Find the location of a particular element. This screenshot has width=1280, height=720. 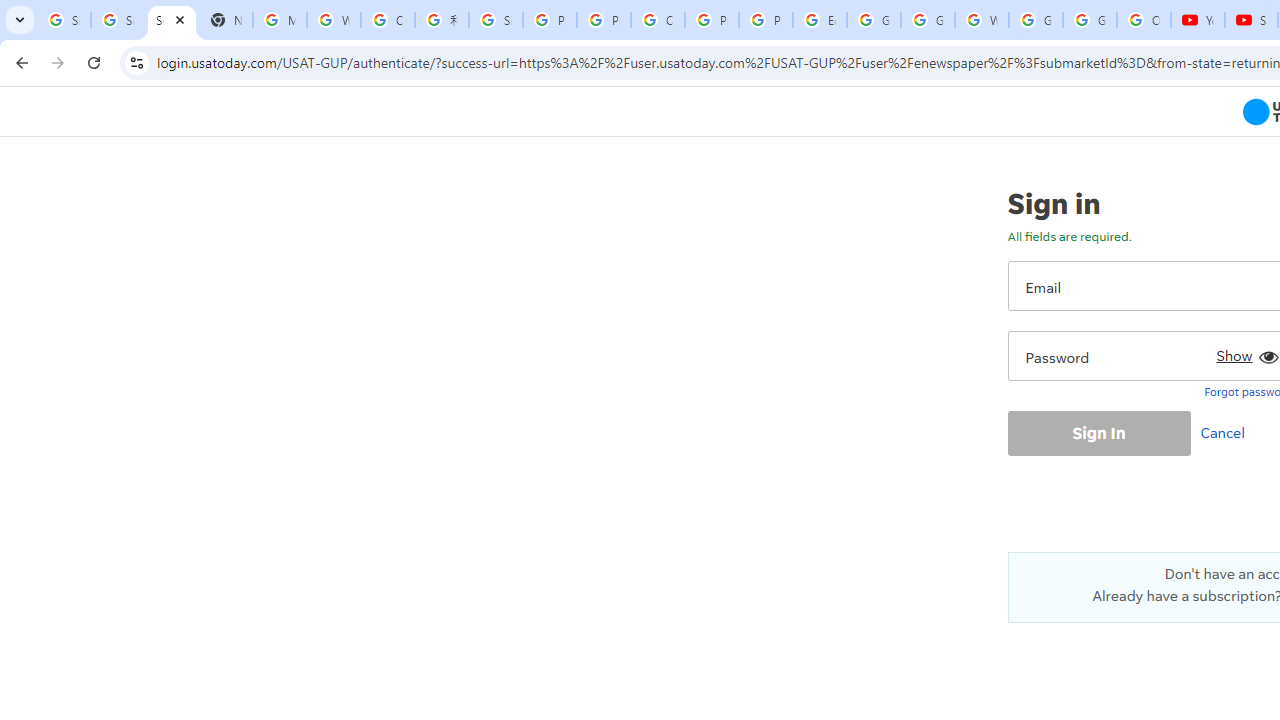

'Sign In' is located at coordinates (1097, 431).